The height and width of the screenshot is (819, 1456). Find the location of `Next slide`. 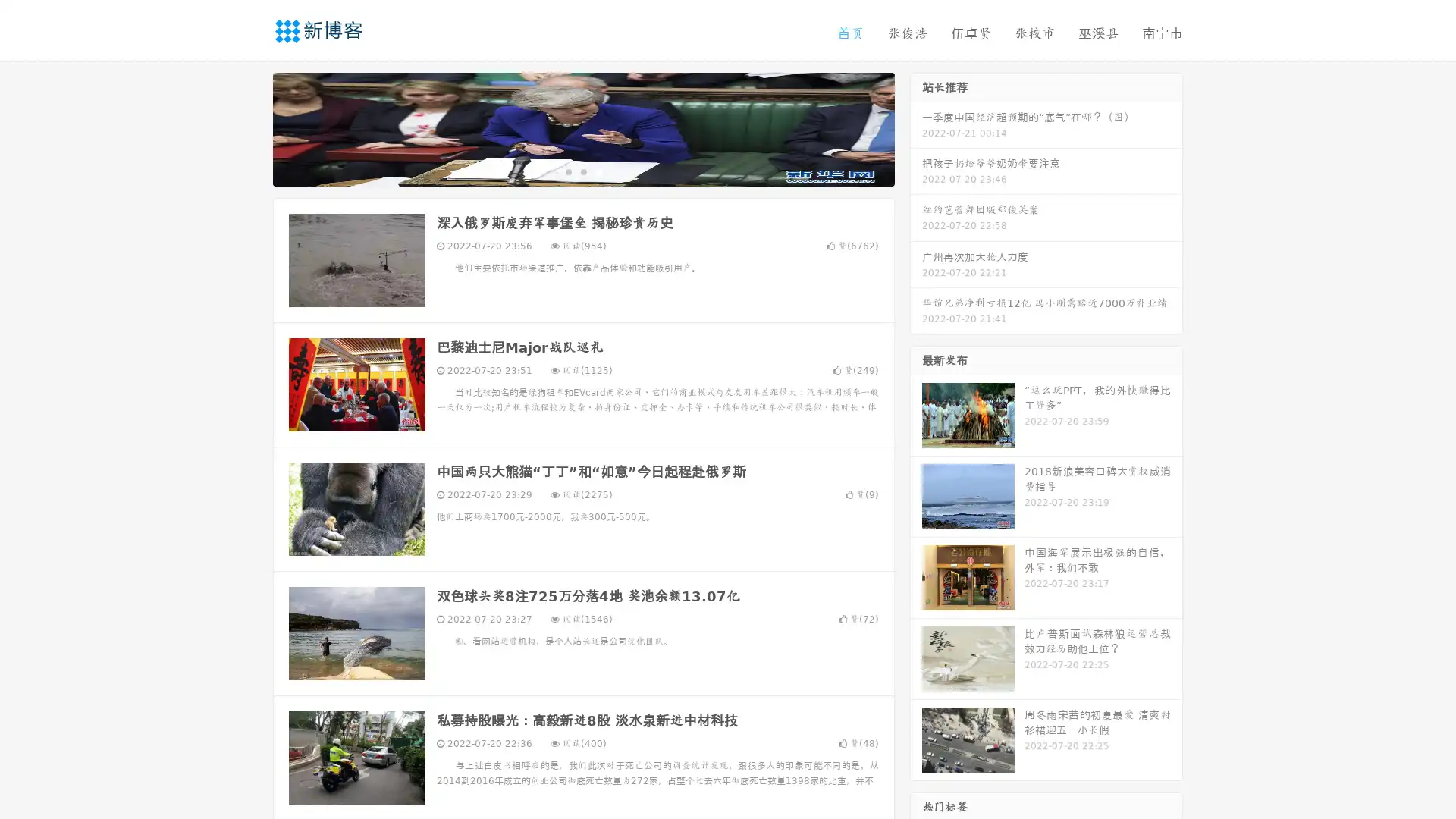

Next slide is located at coordinates (916, 127).